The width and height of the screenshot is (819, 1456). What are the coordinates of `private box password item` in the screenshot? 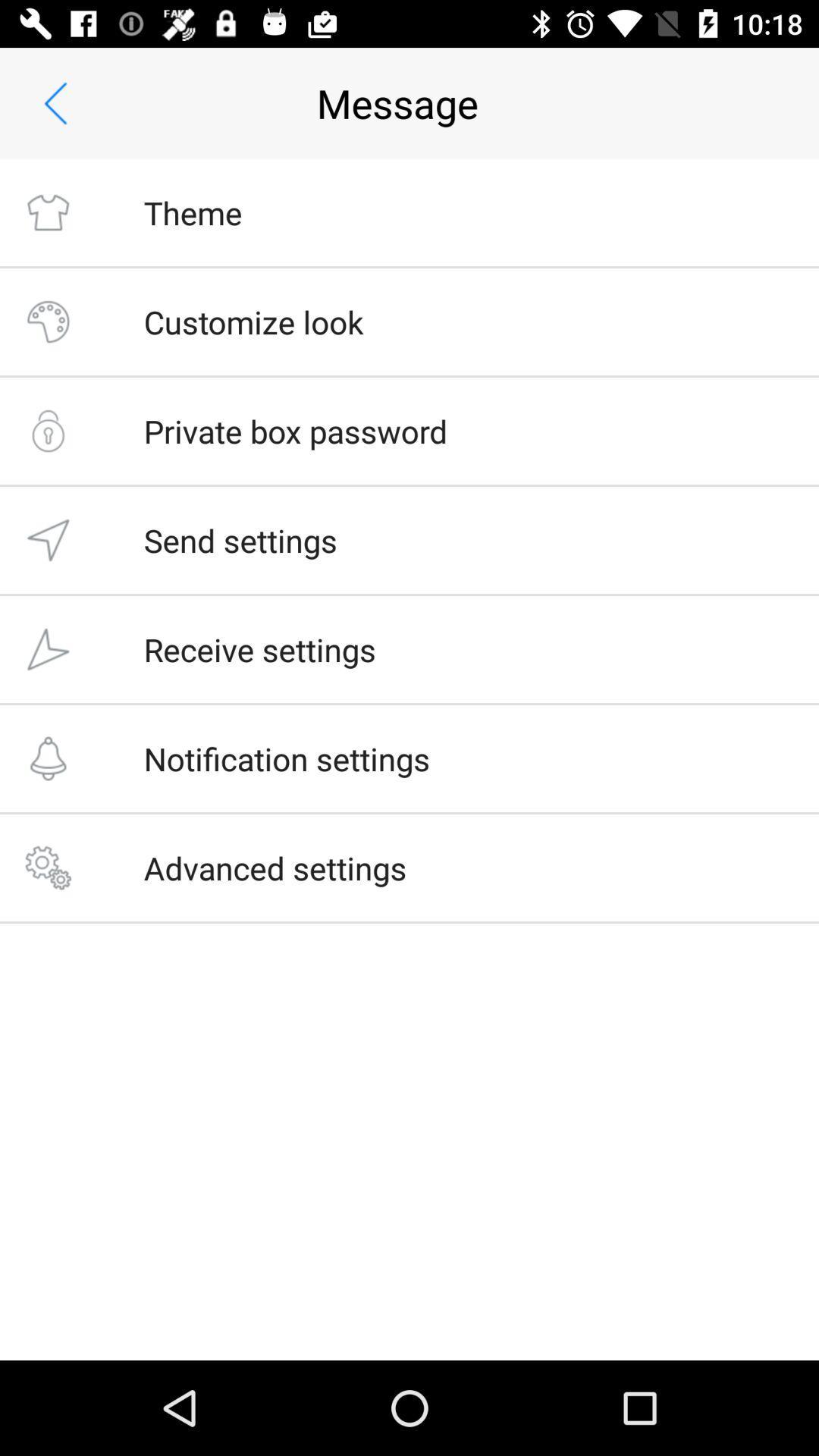 It's located at (295, 430).